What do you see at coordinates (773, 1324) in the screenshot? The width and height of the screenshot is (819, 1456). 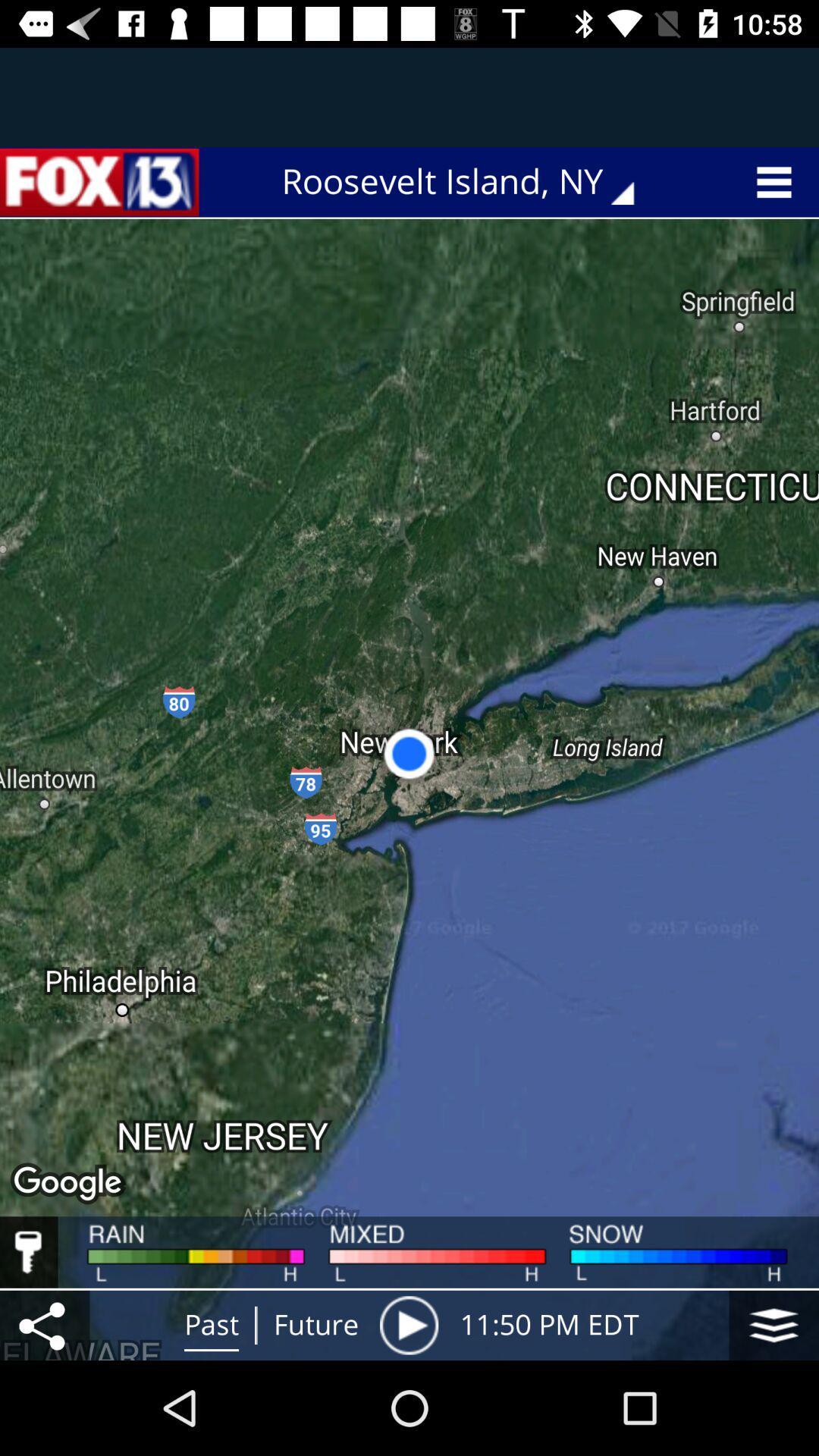 I see `the layers icon` at bounding box center [773, 1324].